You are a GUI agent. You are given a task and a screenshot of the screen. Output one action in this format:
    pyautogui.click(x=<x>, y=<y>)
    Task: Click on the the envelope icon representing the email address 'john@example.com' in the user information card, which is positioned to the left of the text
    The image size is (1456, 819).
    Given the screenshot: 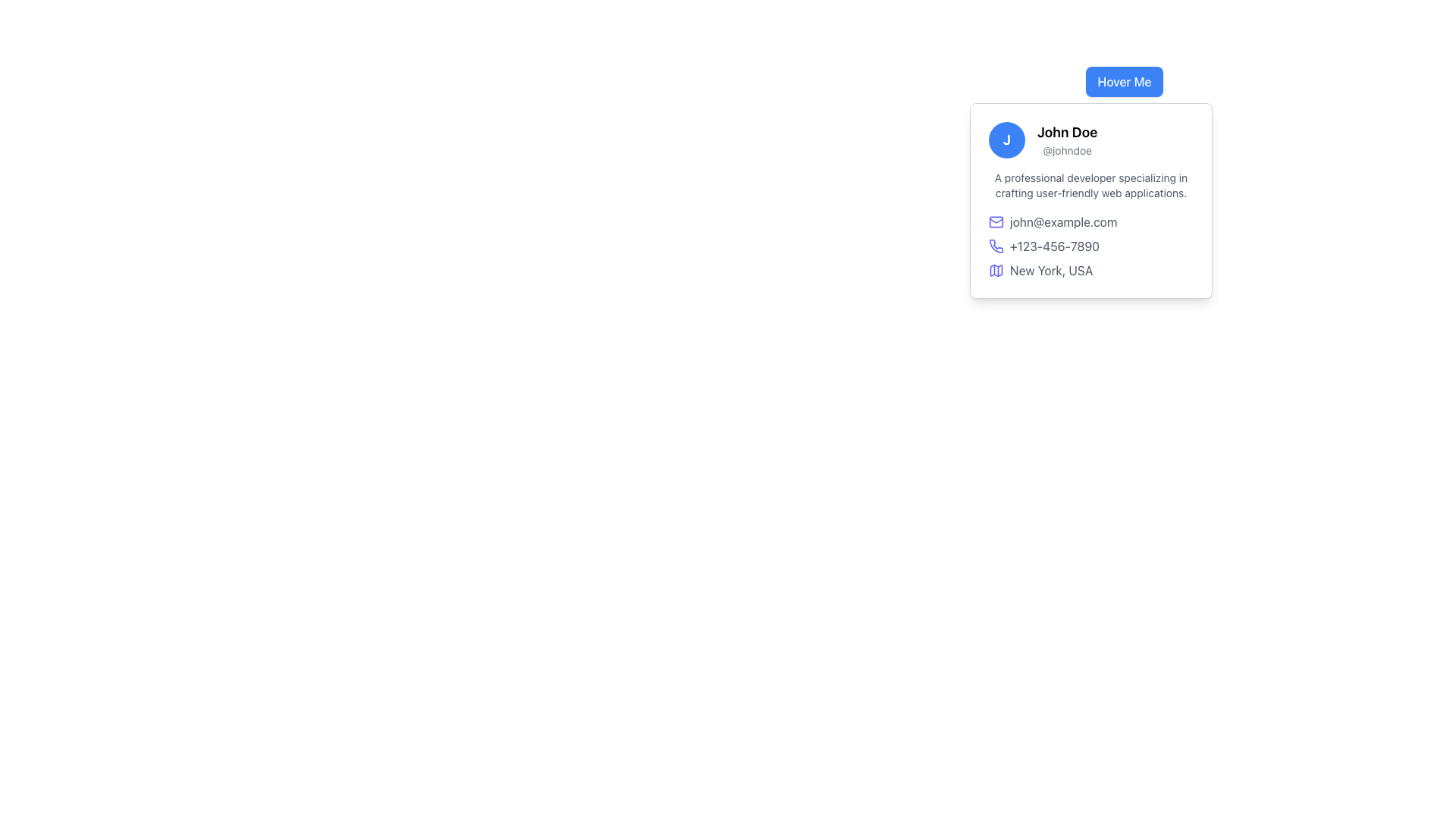 What is the action you would take?
    pyautogui.click(x=996, y=222)
    